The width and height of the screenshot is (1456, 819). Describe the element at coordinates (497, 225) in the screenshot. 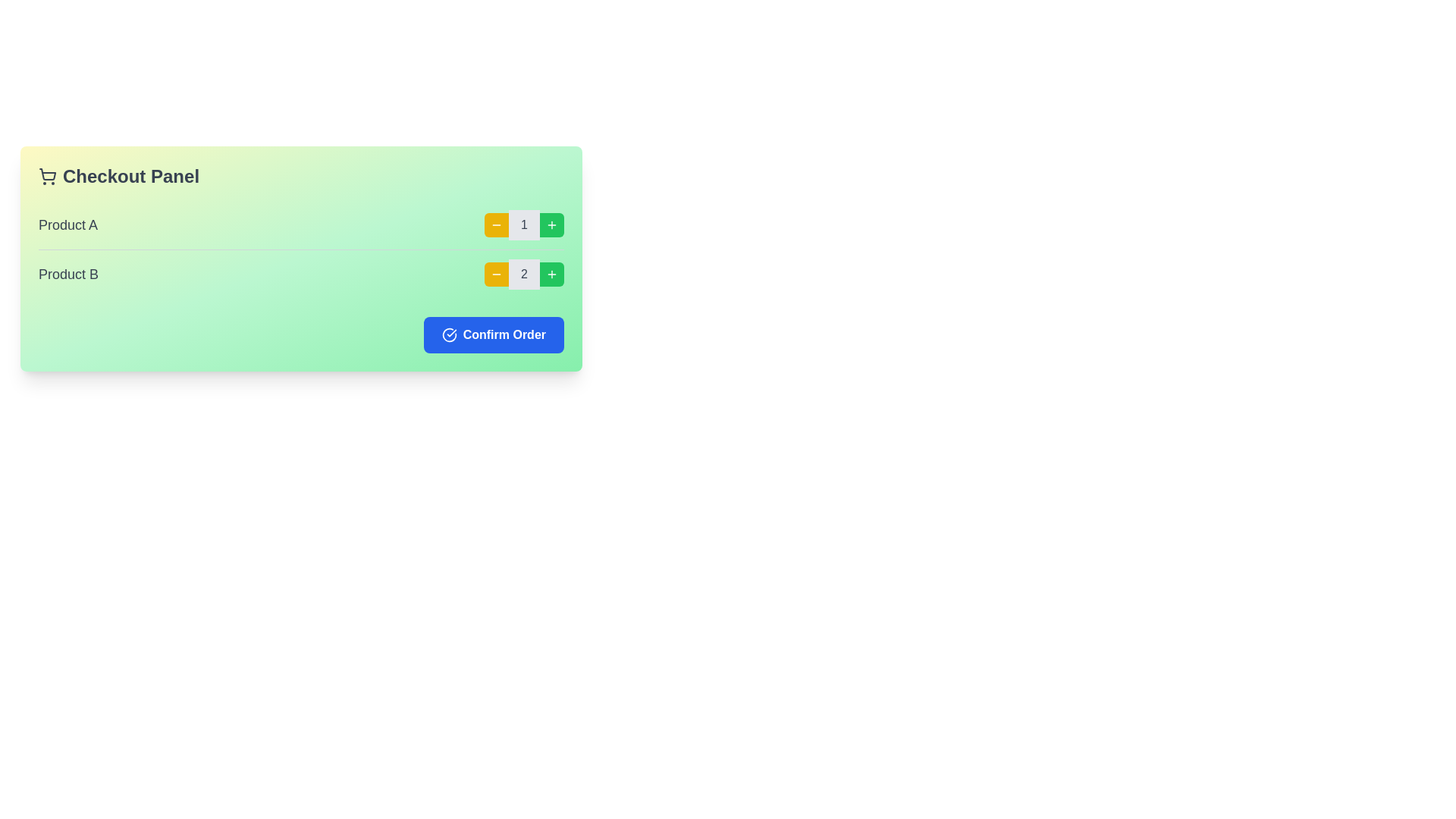

I see `the rectangular button with a yellow background and rounded left corners that contains a centered minus icon, located to the left of the numeric display '1' for 'Product A', to decrease the product count` at that location.